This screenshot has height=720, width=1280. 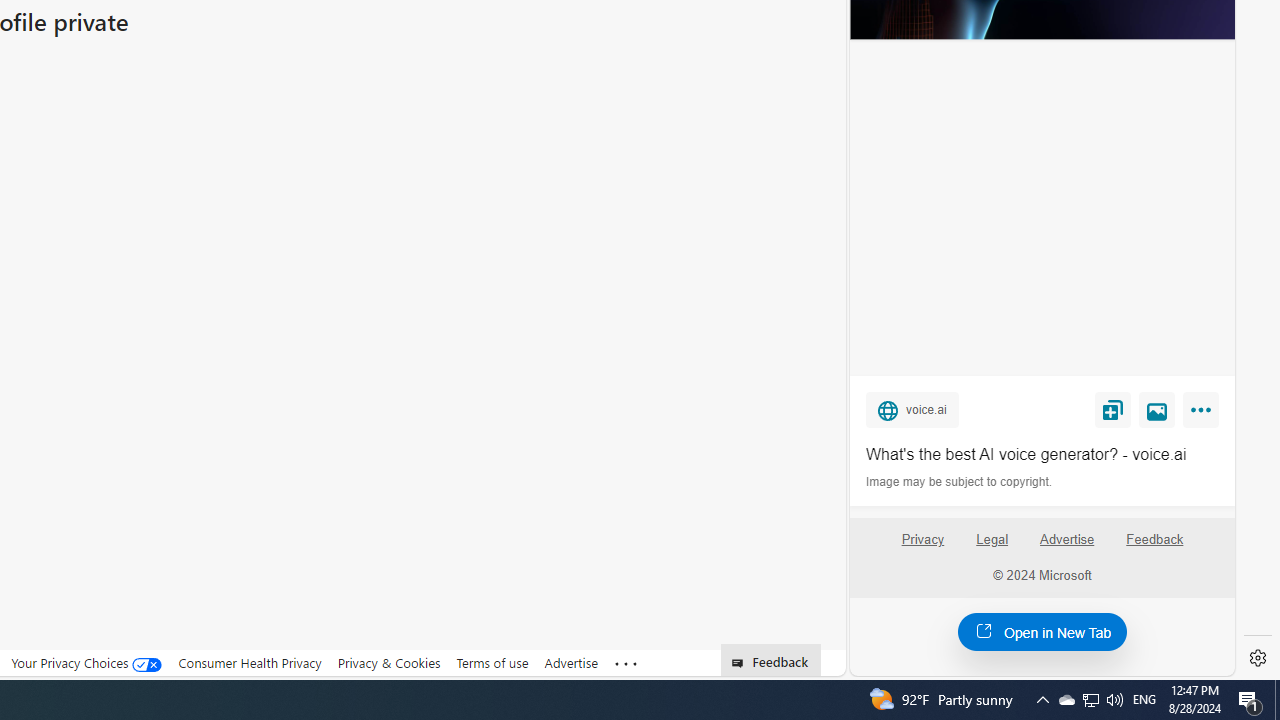 What do you see at coordinates (1155, 547) in the screenshot?
I see `'Feedback'` at bounding box center [1155, 547].